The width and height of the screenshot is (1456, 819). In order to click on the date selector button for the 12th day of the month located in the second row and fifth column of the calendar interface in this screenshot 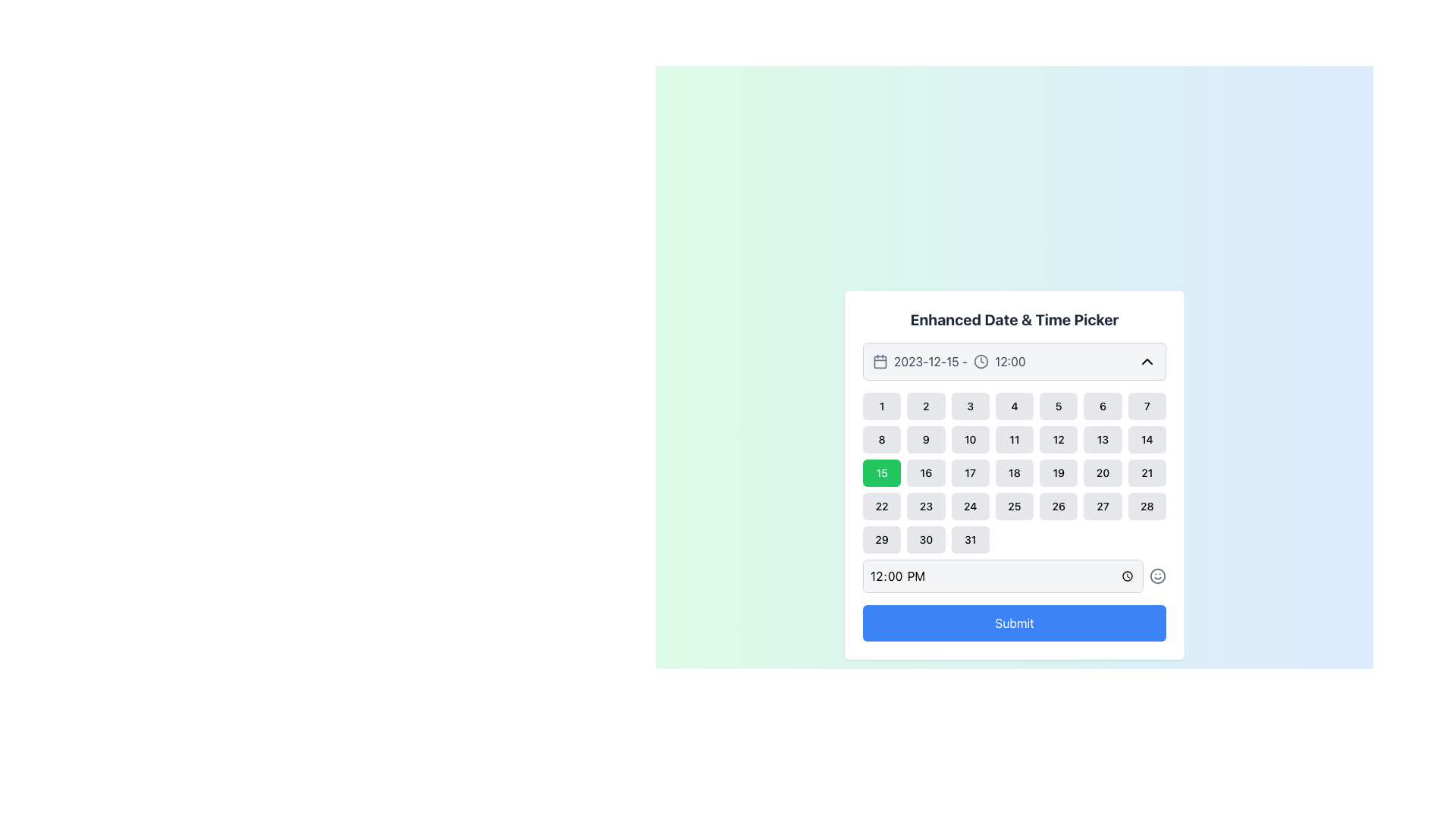, I will do `click(1058, 439)`.